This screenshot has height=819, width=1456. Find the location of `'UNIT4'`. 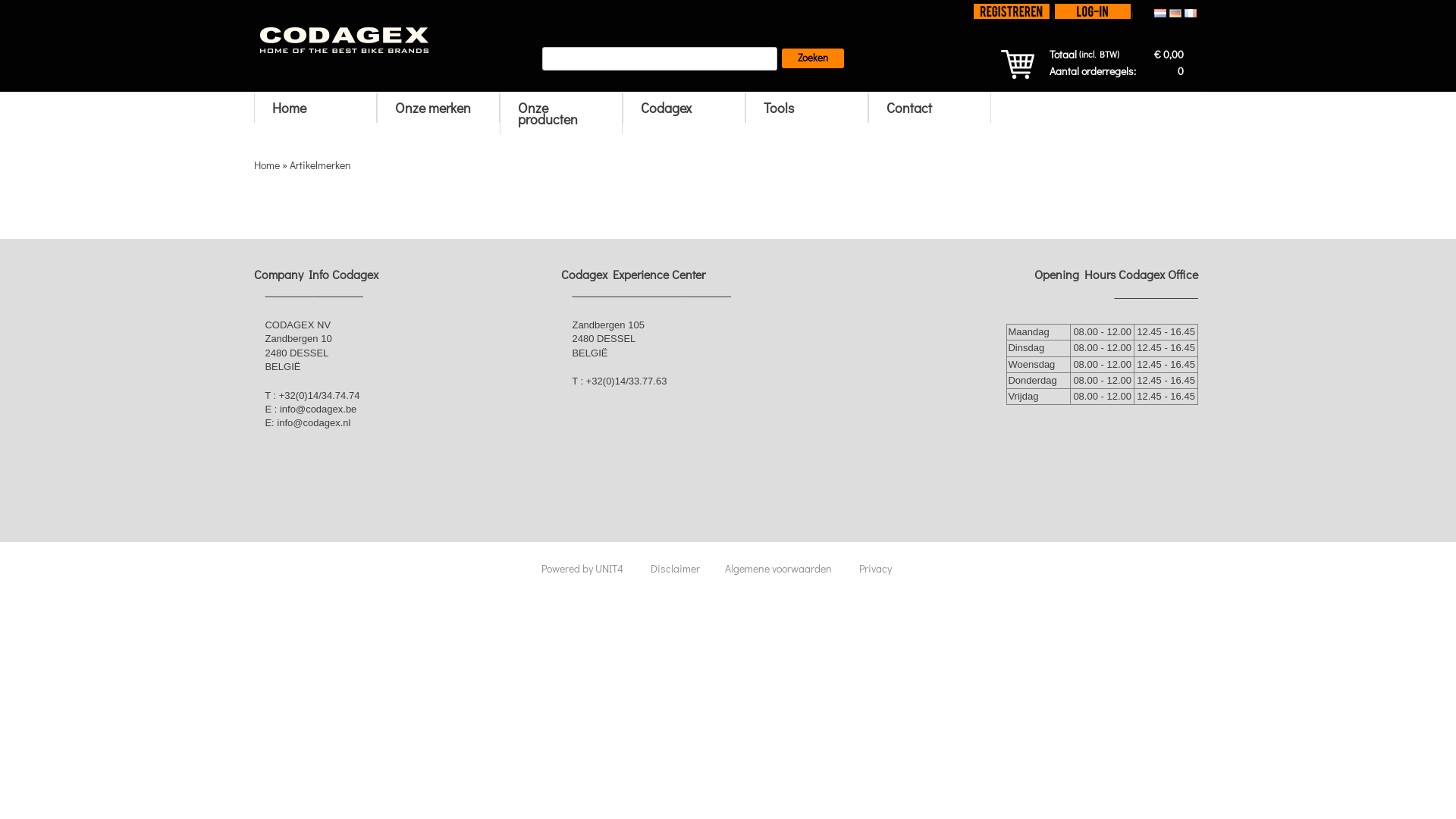

'UNIT4' is located at coordinates (620, 568).